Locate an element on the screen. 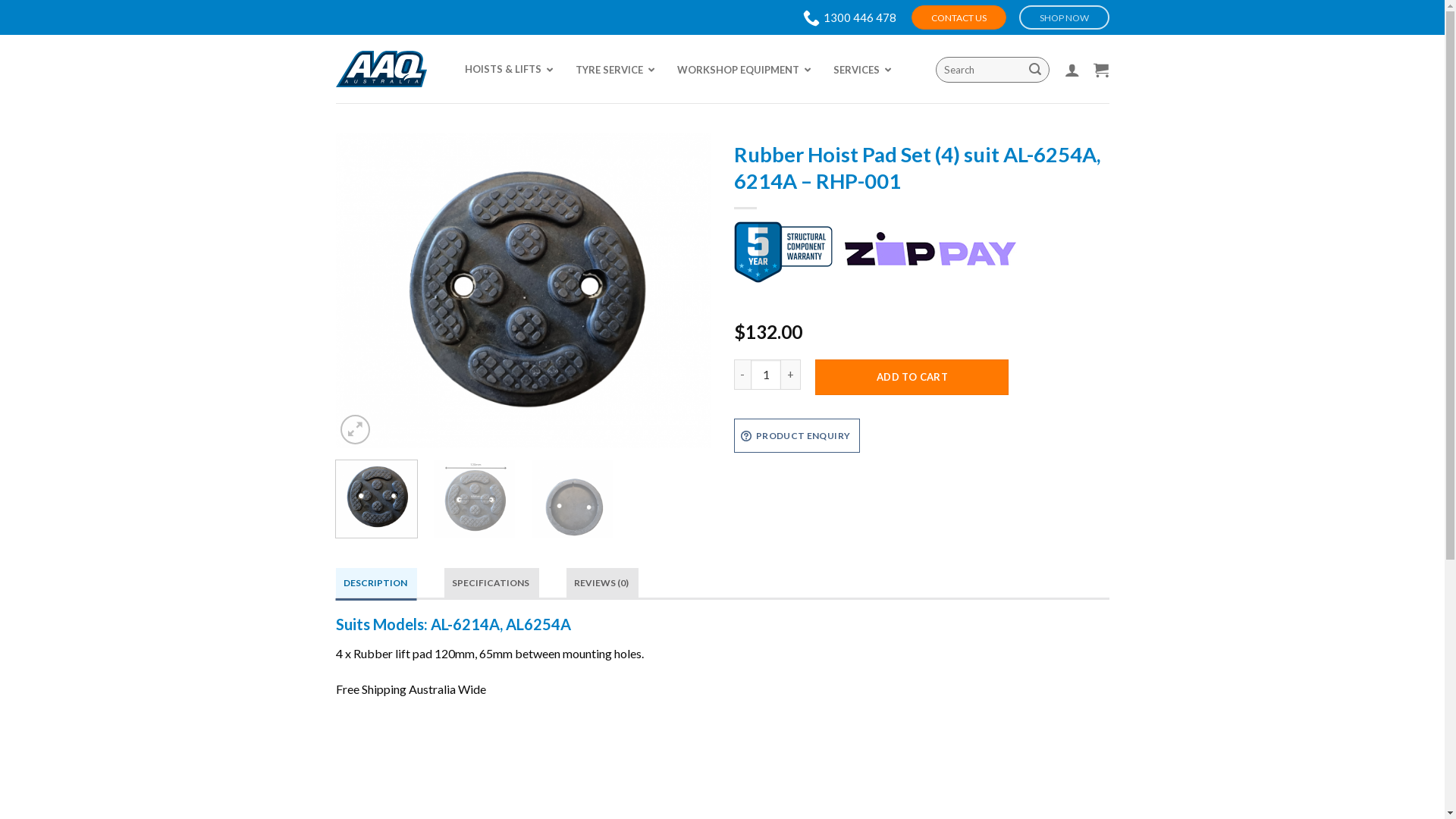 The width and height of the screenshot is (1456, 819). 'PRODUCT ENQUIRY' is located at coordinates (796, 435).